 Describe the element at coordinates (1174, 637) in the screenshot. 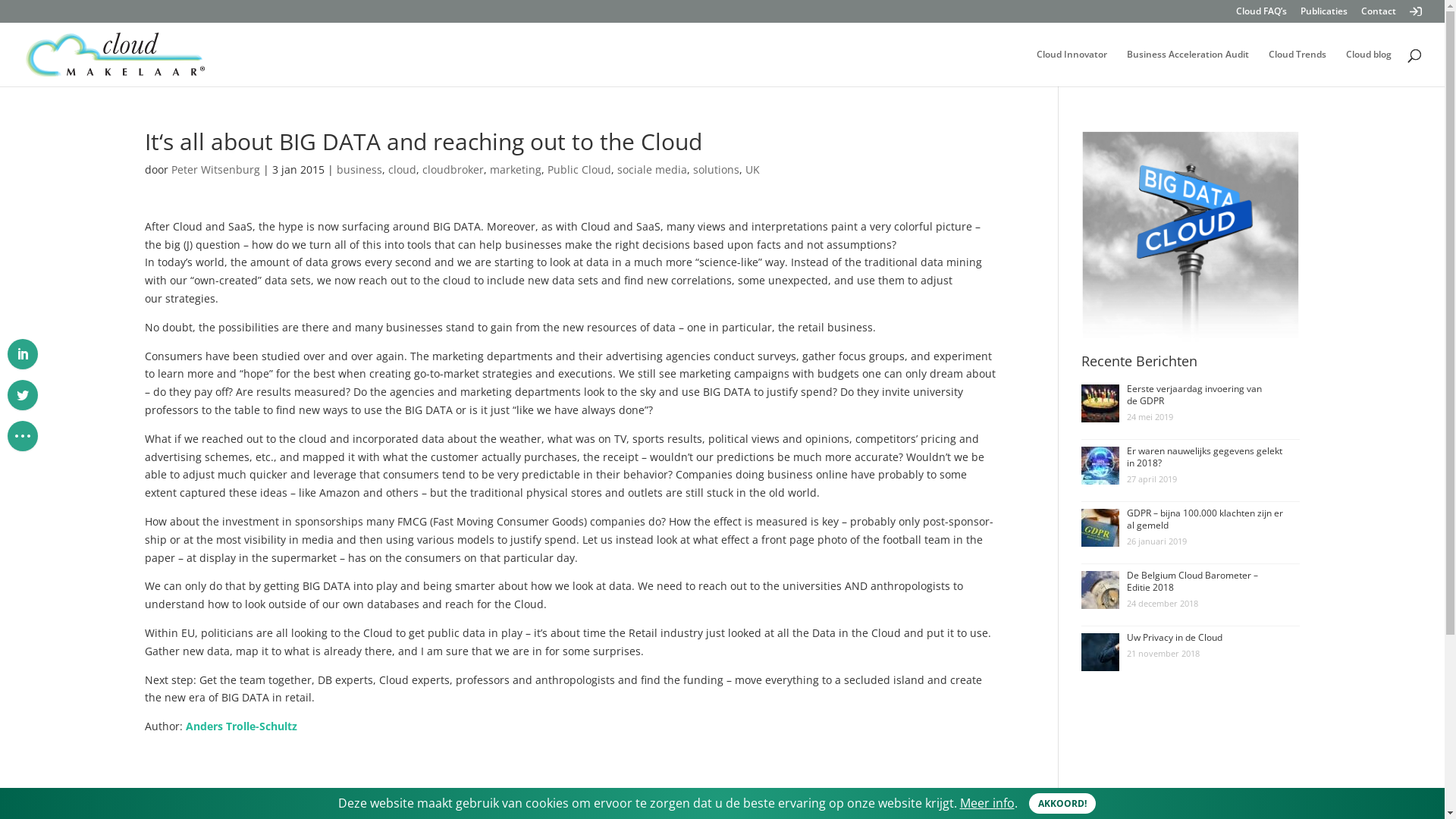

I see `'Uw Privacy in de Cloud'` at that location.